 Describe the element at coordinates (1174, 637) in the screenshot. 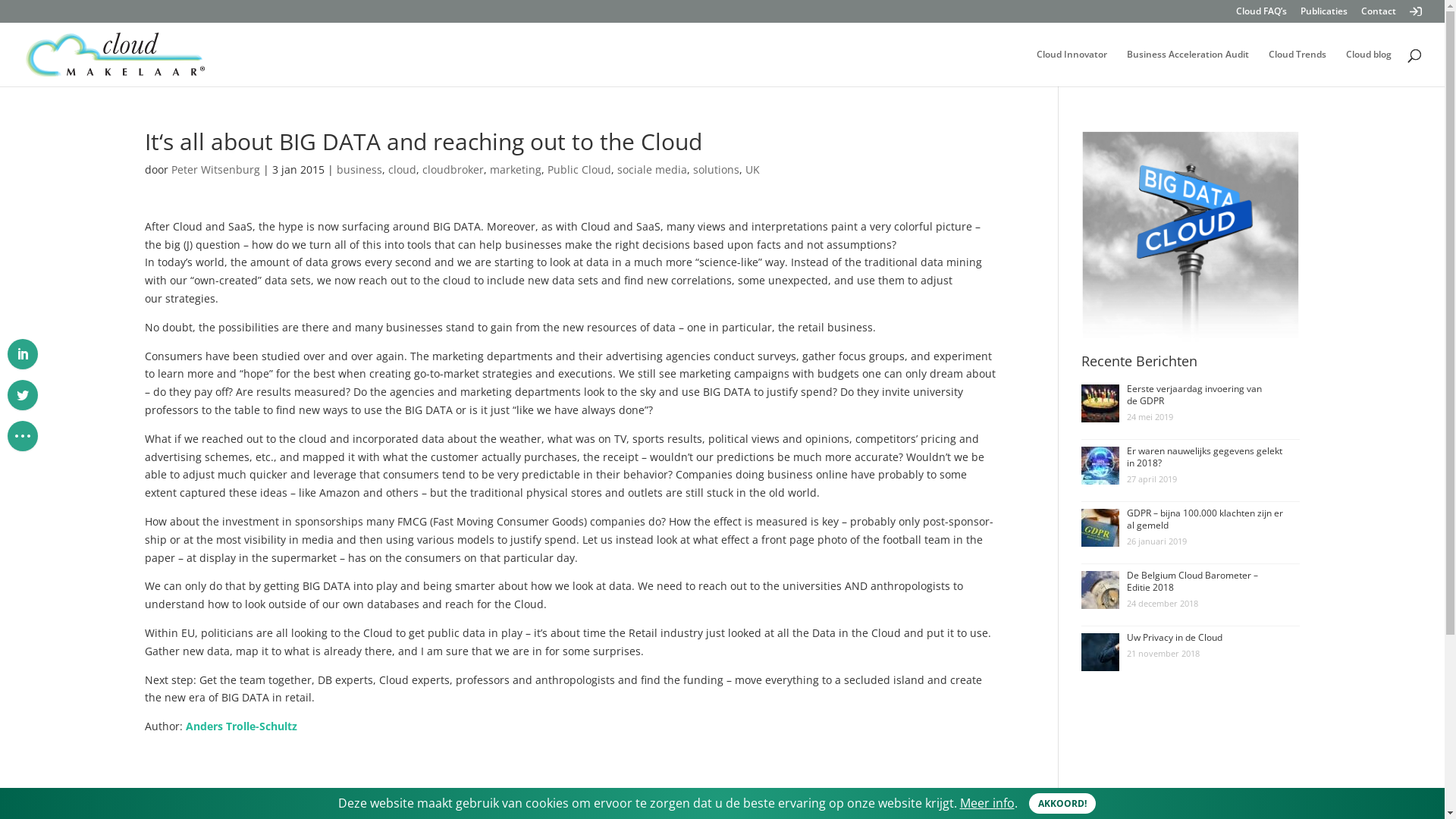

I see `'Uw Privacy in de Cloud'` at that location.